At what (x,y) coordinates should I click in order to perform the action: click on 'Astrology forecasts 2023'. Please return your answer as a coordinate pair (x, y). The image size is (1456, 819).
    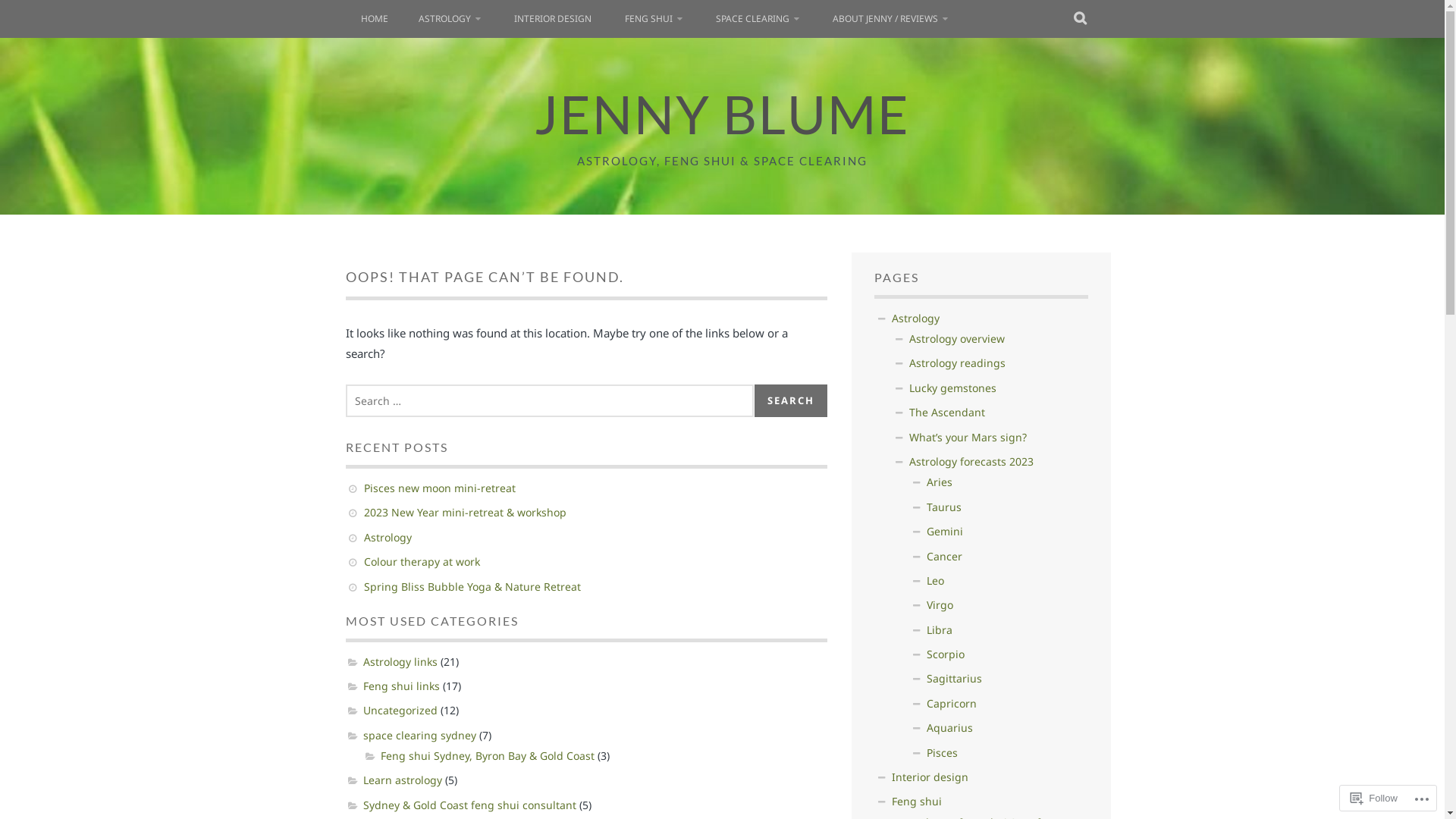
    Looking at the image, I should click on (971, 460).